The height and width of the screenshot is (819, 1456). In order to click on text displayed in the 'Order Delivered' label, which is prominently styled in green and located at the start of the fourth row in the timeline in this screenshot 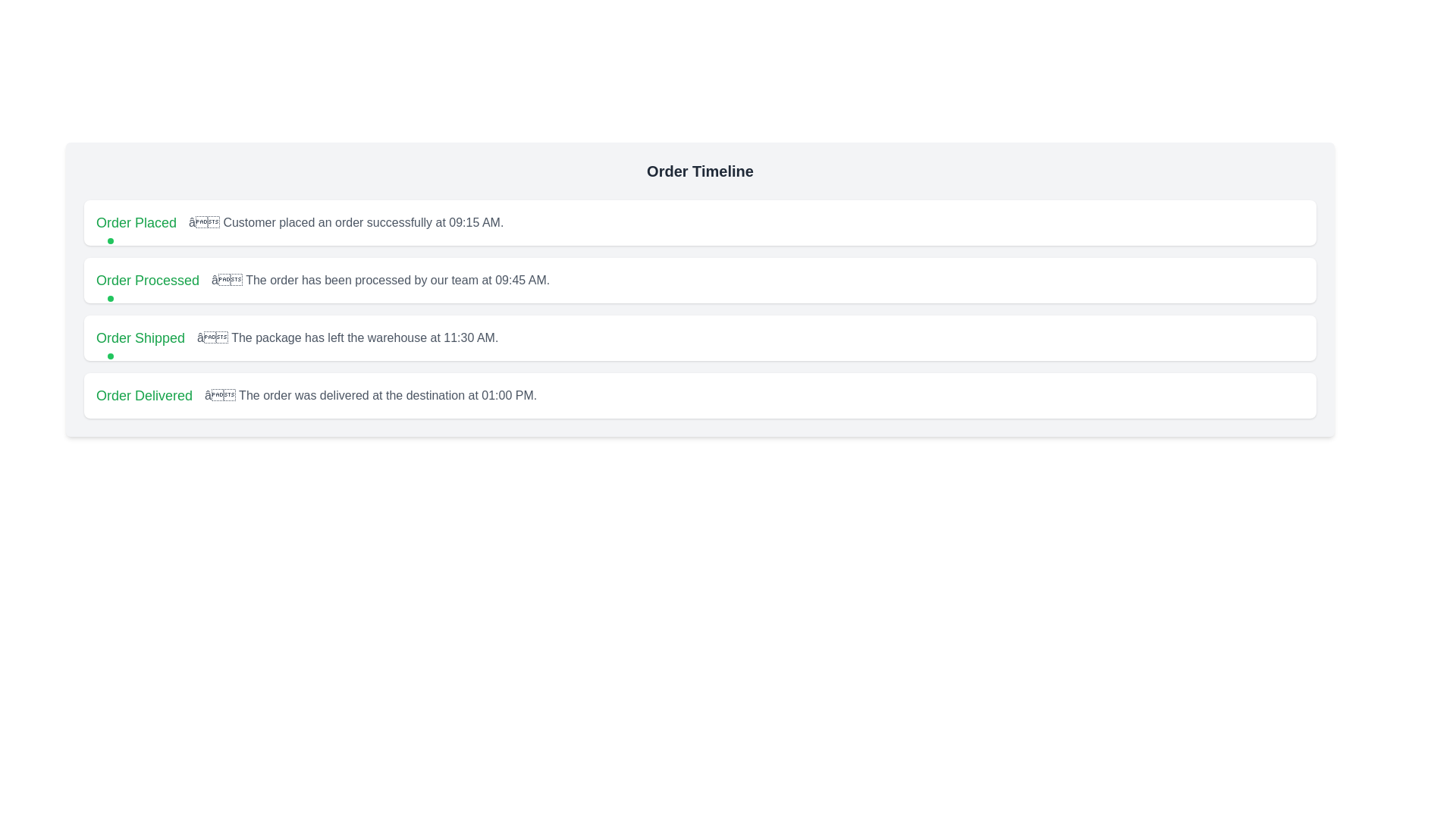, I will do `click(144, 394)`.